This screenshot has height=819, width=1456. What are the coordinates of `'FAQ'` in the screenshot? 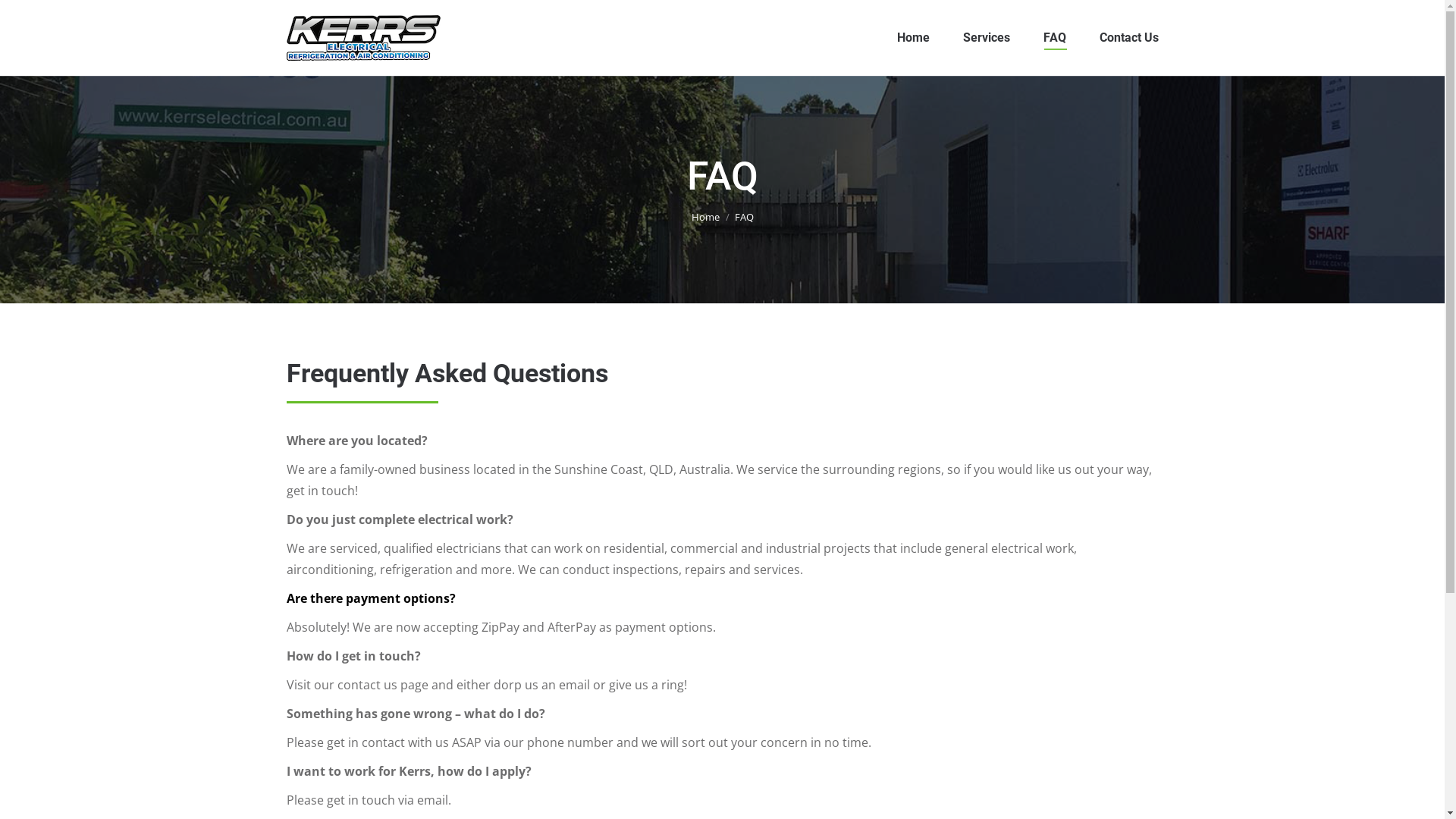 It's located at (1054, 37).